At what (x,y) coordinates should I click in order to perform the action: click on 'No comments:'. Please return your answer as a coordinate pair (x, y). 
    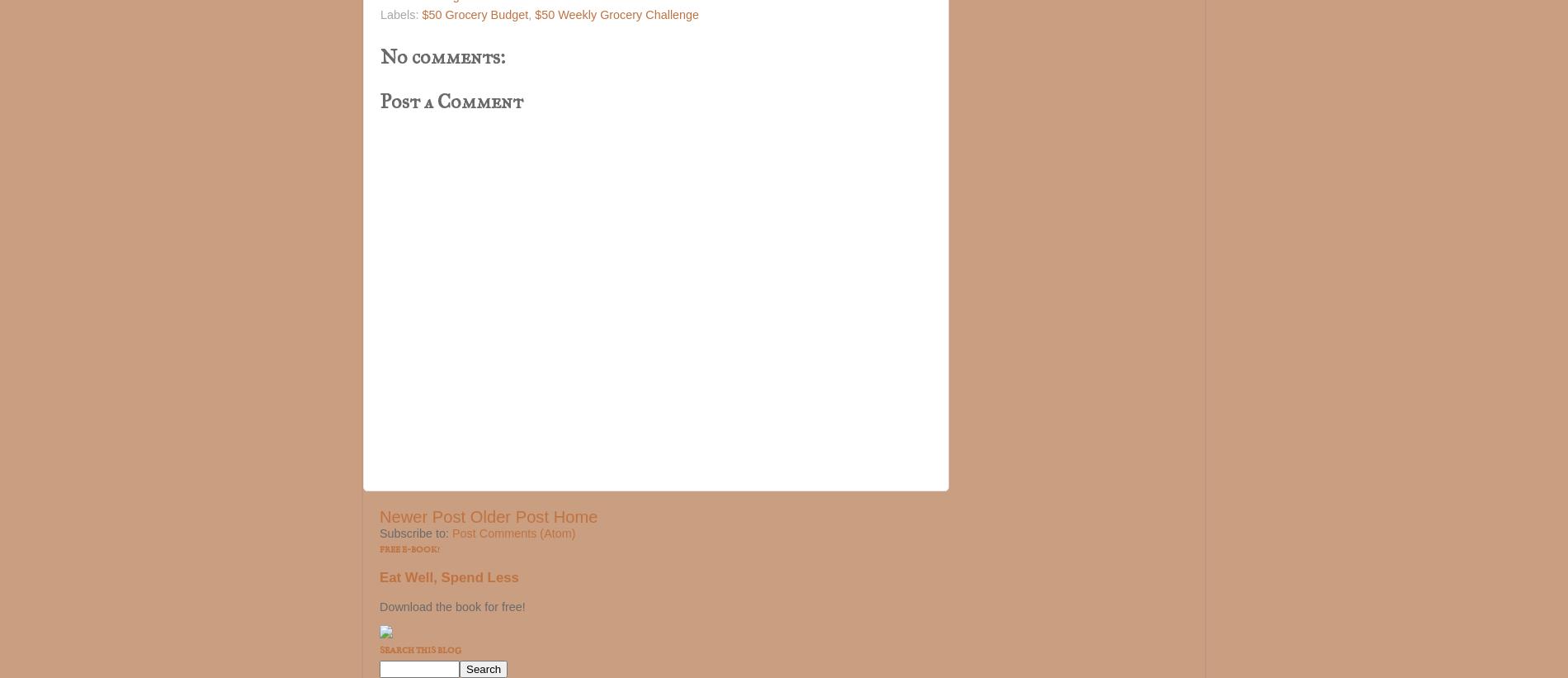
    Looking at the image, I should click on (442, 55).